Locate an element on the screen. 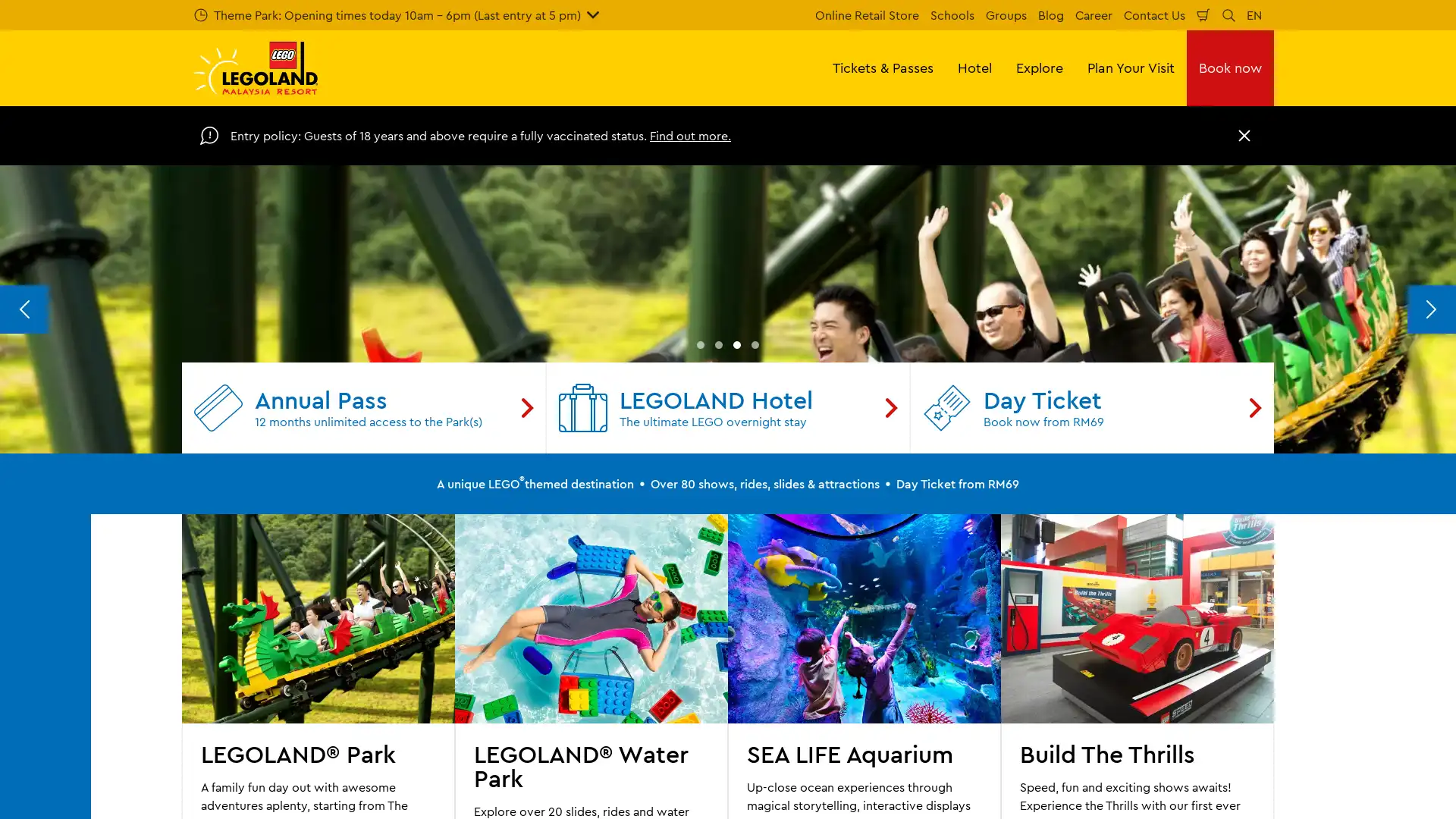 Image resolution: width=1456 pixels, height=819 pixels. Close is located at coordinates (1244, 134).